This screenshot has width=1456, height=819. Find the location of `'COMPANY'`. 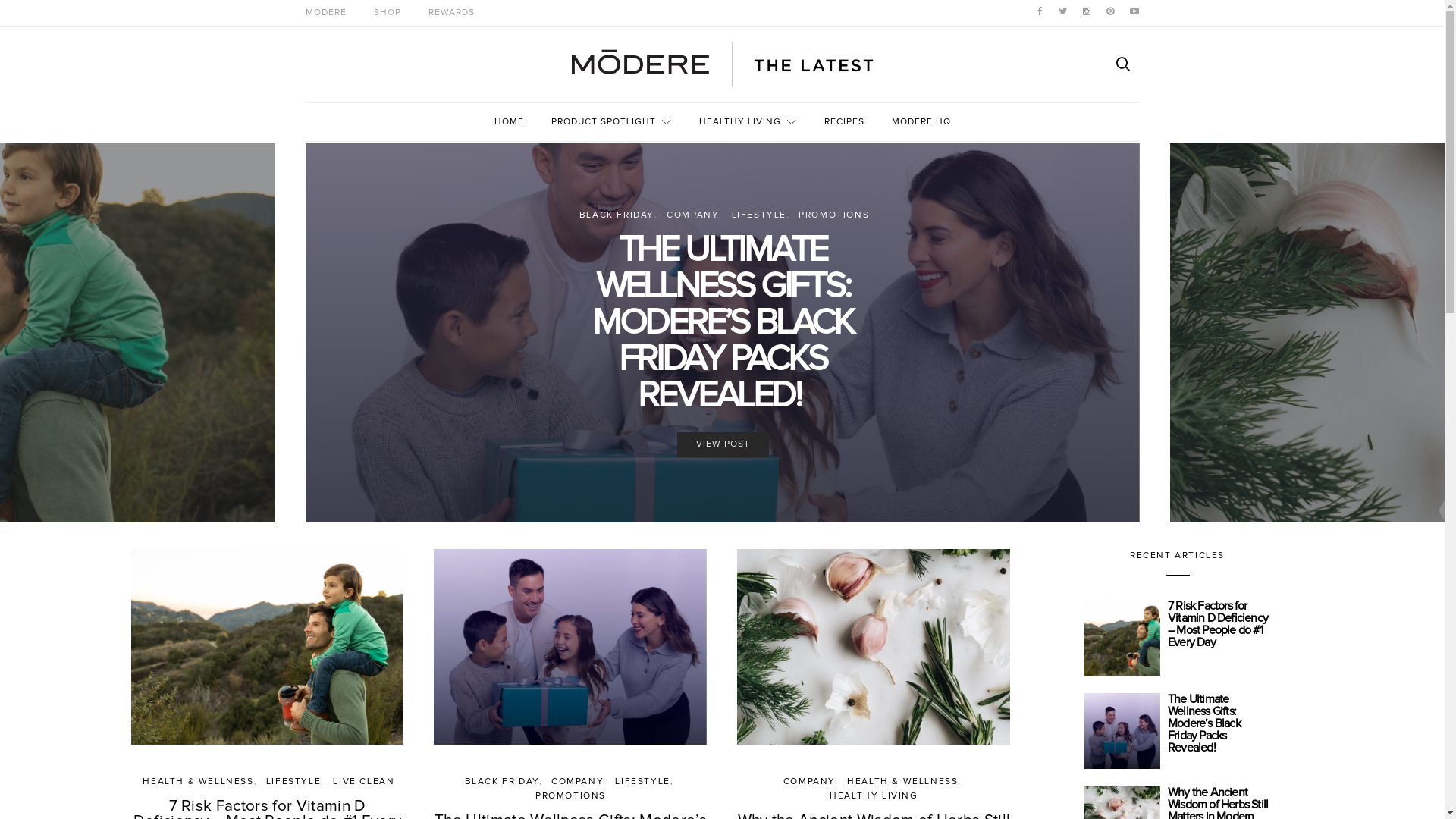

'COMPANY' is located at coordinates (692, 215).